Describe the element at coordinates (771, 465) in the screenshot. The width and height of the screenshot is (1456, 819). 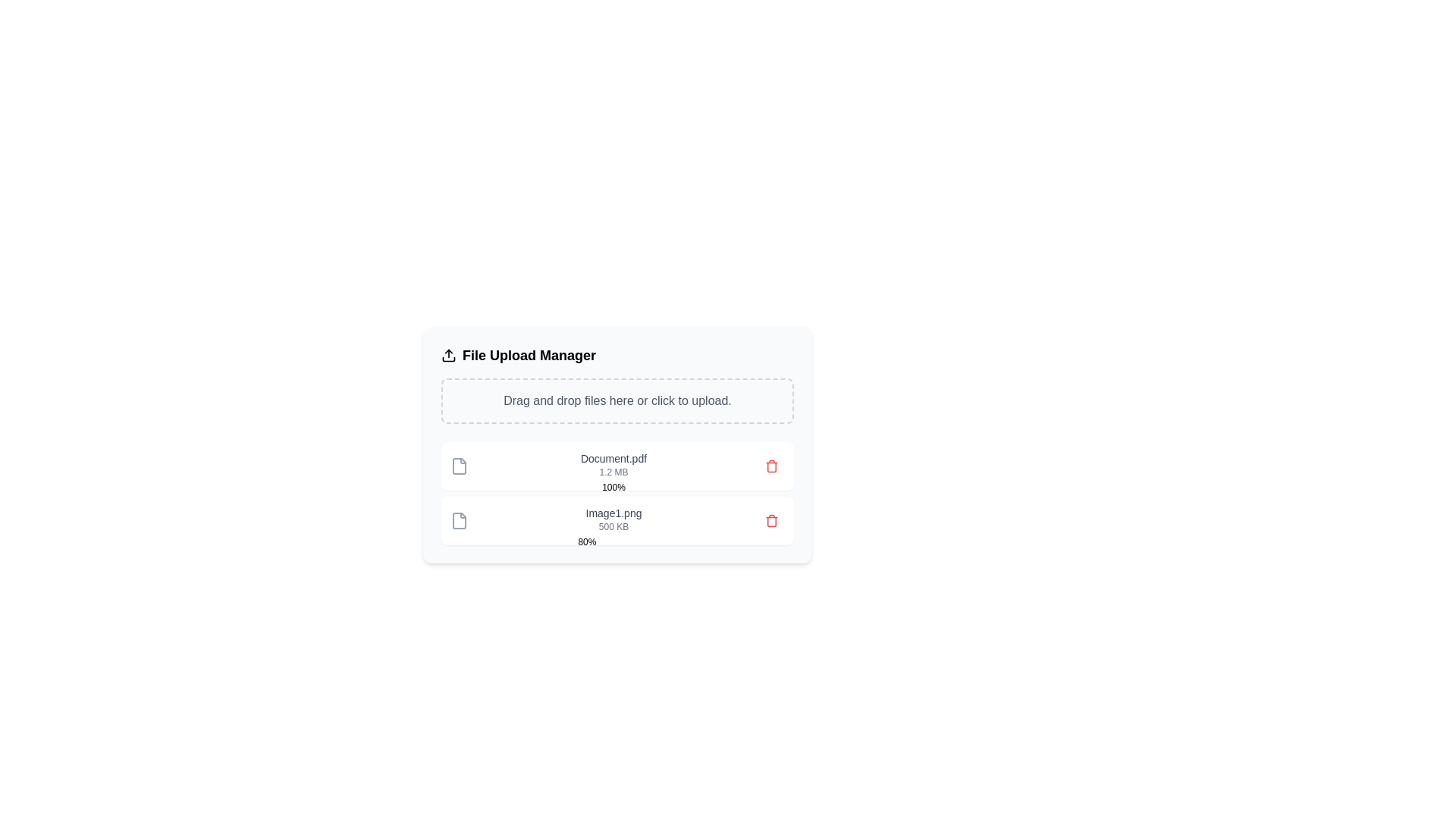
I see `the delete button (trash icon) located in the right region of the row containing information about 'Document.pdf'` at that location.